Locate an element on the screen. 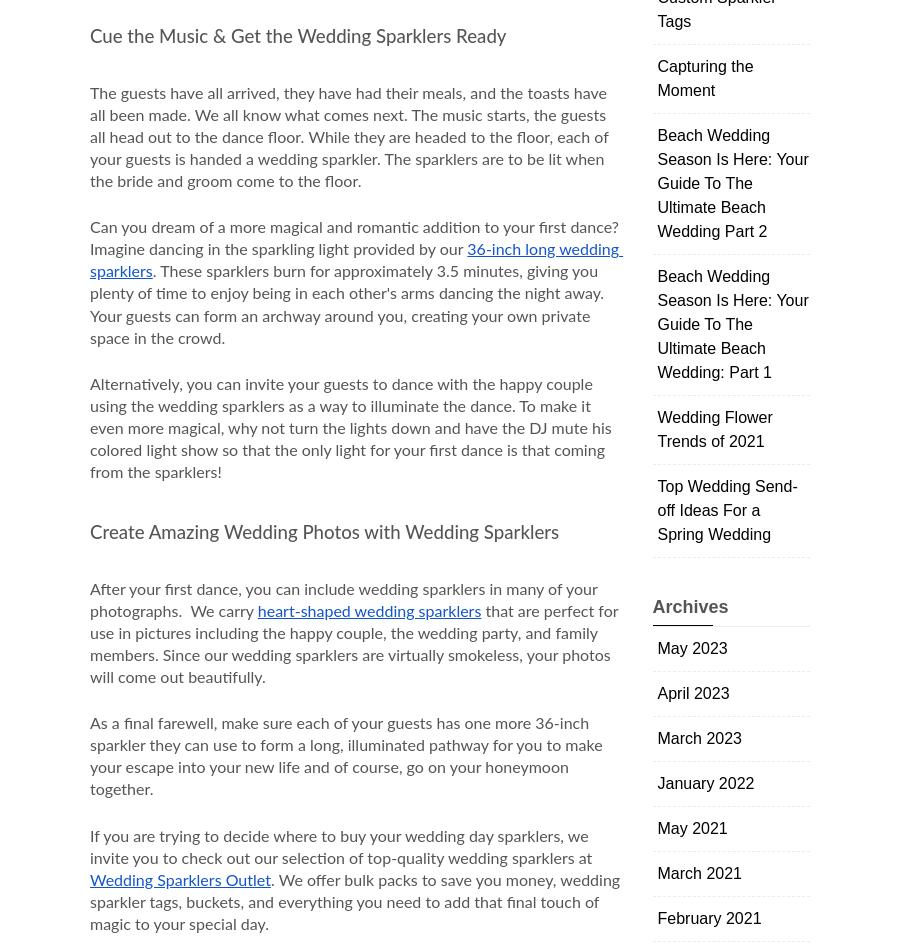  'heart-shaped wedding sparklers' is located at coordinates (256, 609).